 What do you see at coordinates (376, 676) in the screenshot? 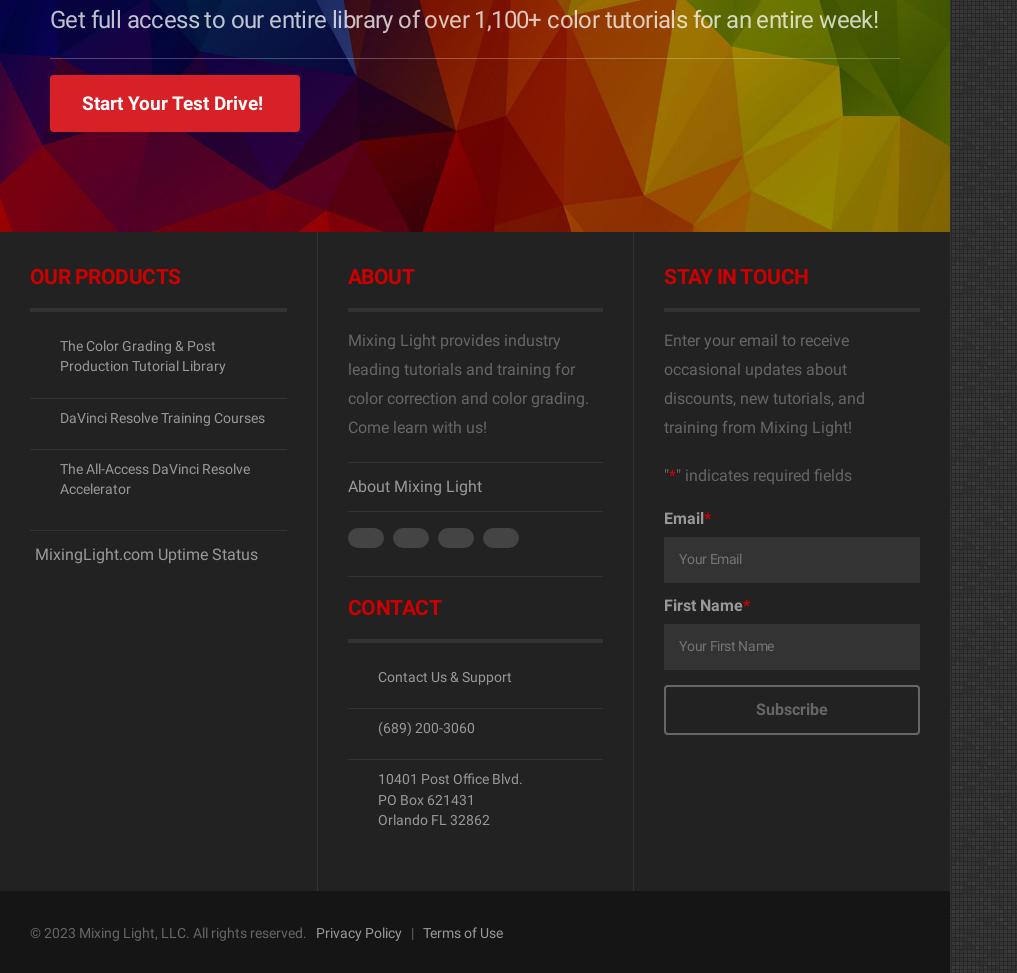
I see `'Contact Us & Support'` at bounding box center [376, 676].